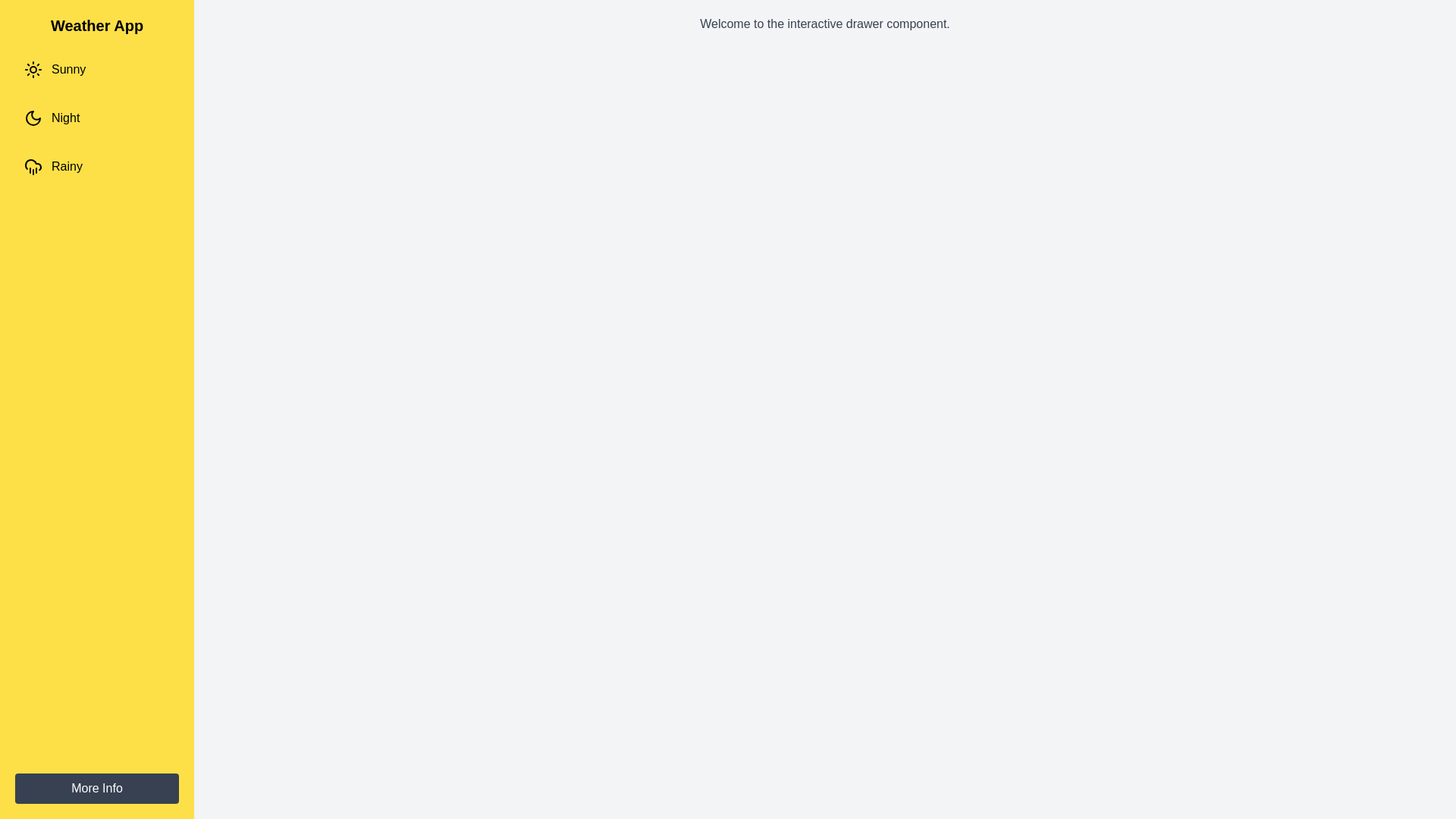 The height and width of the screenshot is (819, 1456). Describe the element at coordinates (33, 70) in the screenshot. I see `the sun icon, which is a bold, minimalistic black circle with radiating lines, located at the top-left of the 'Weather App' sidebar` at that location.